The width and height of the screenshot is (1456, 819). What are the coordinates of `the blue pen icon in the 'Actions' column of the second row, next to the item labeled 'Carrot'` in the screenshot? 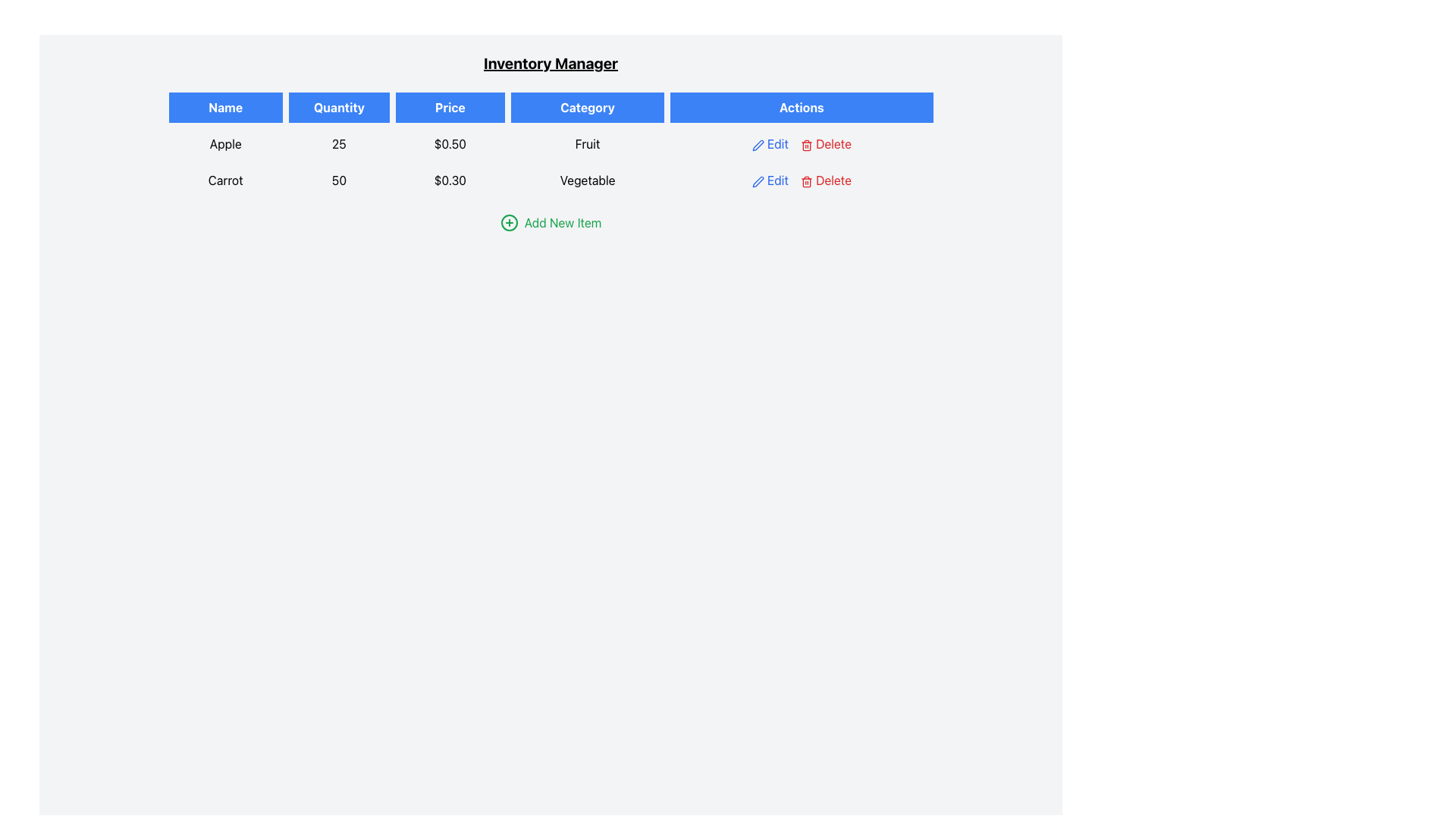 It's located at (758, 145).